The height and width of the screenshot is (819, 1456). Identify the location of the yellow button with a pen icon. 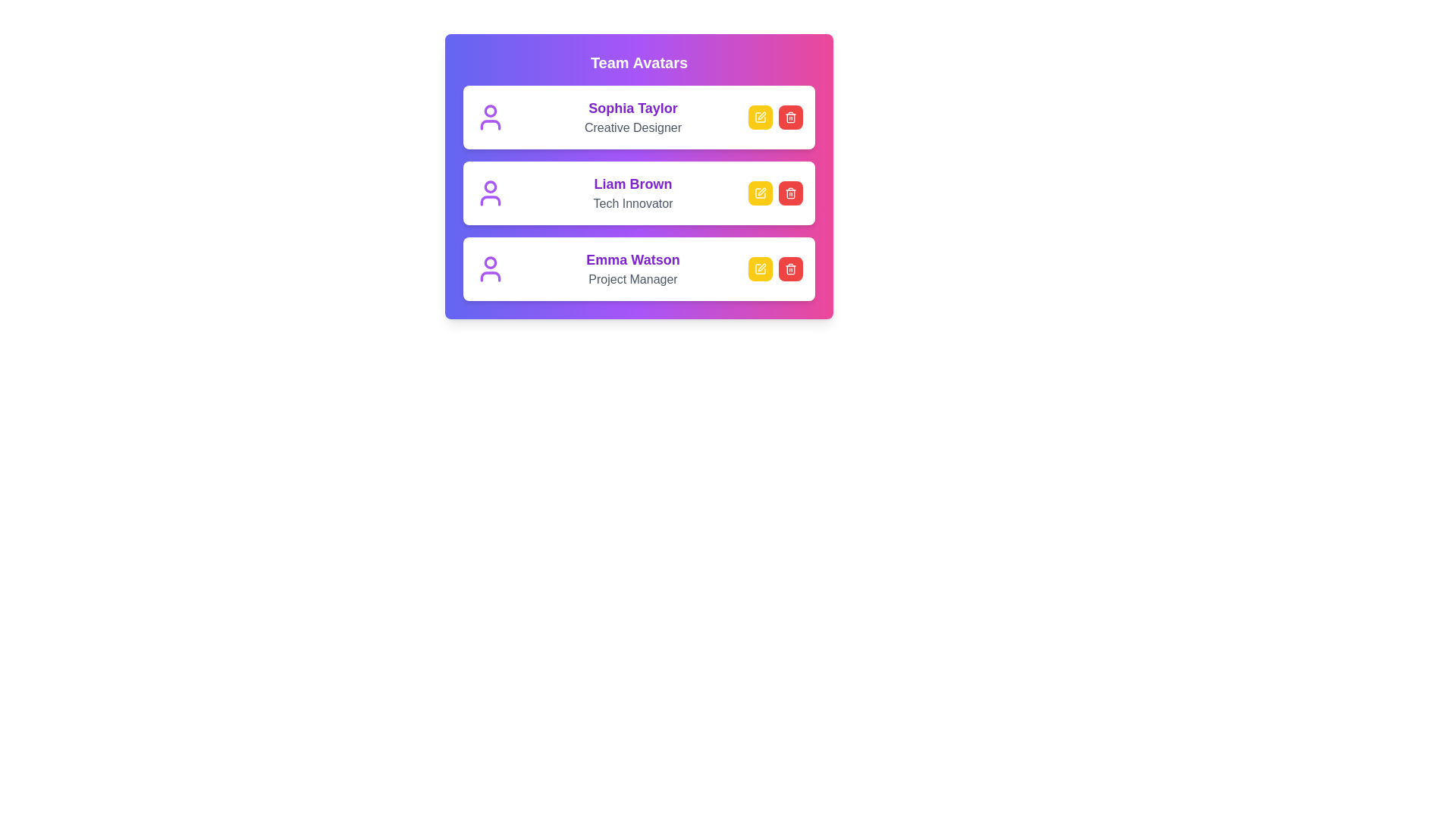
(761, 192).